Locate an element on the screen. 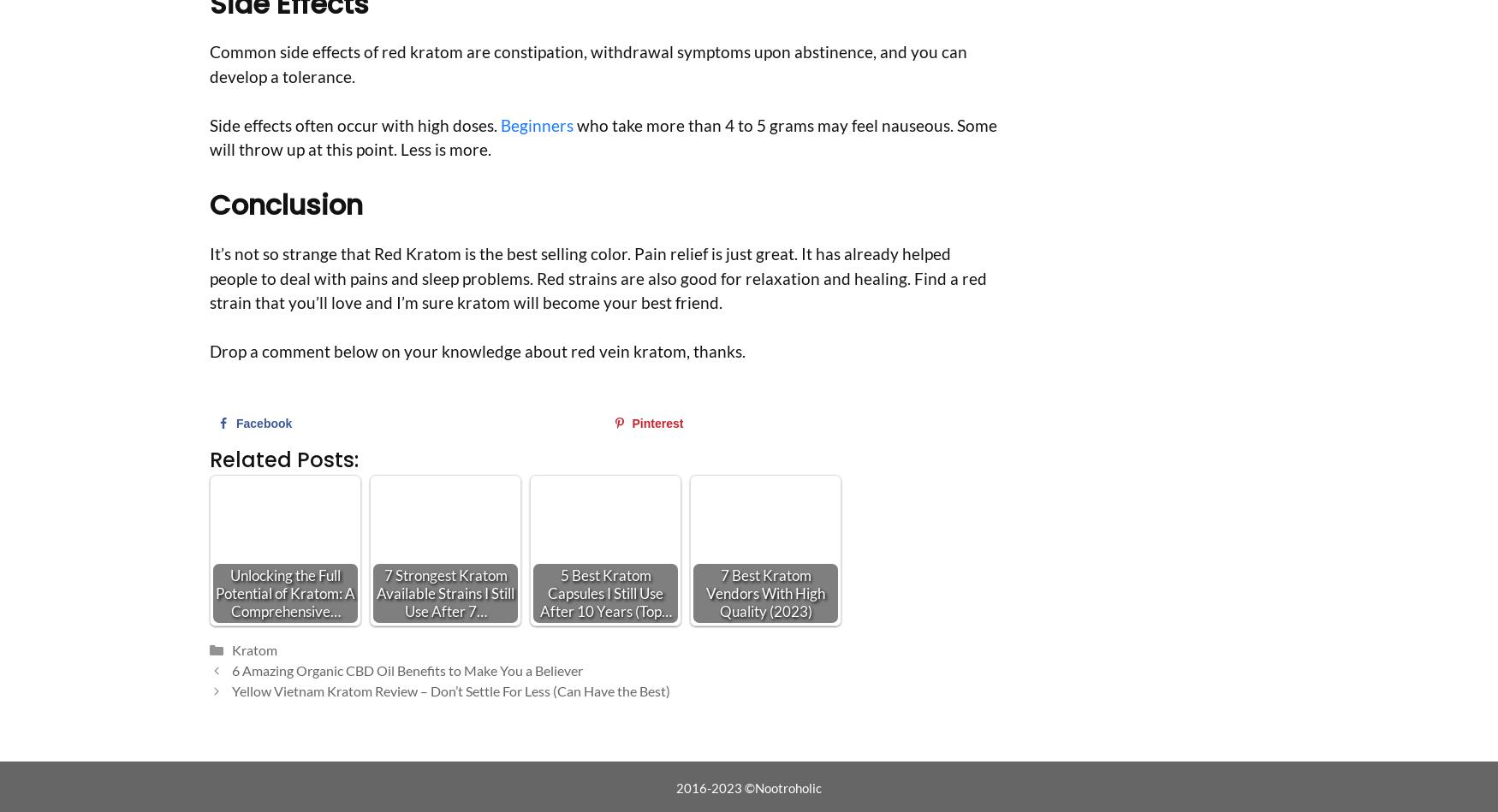 This screenshot has height=812, width=1498. '7 Strongest Kratom Available Strains I Still Use After 7…' is located at coordinates (444, 592).